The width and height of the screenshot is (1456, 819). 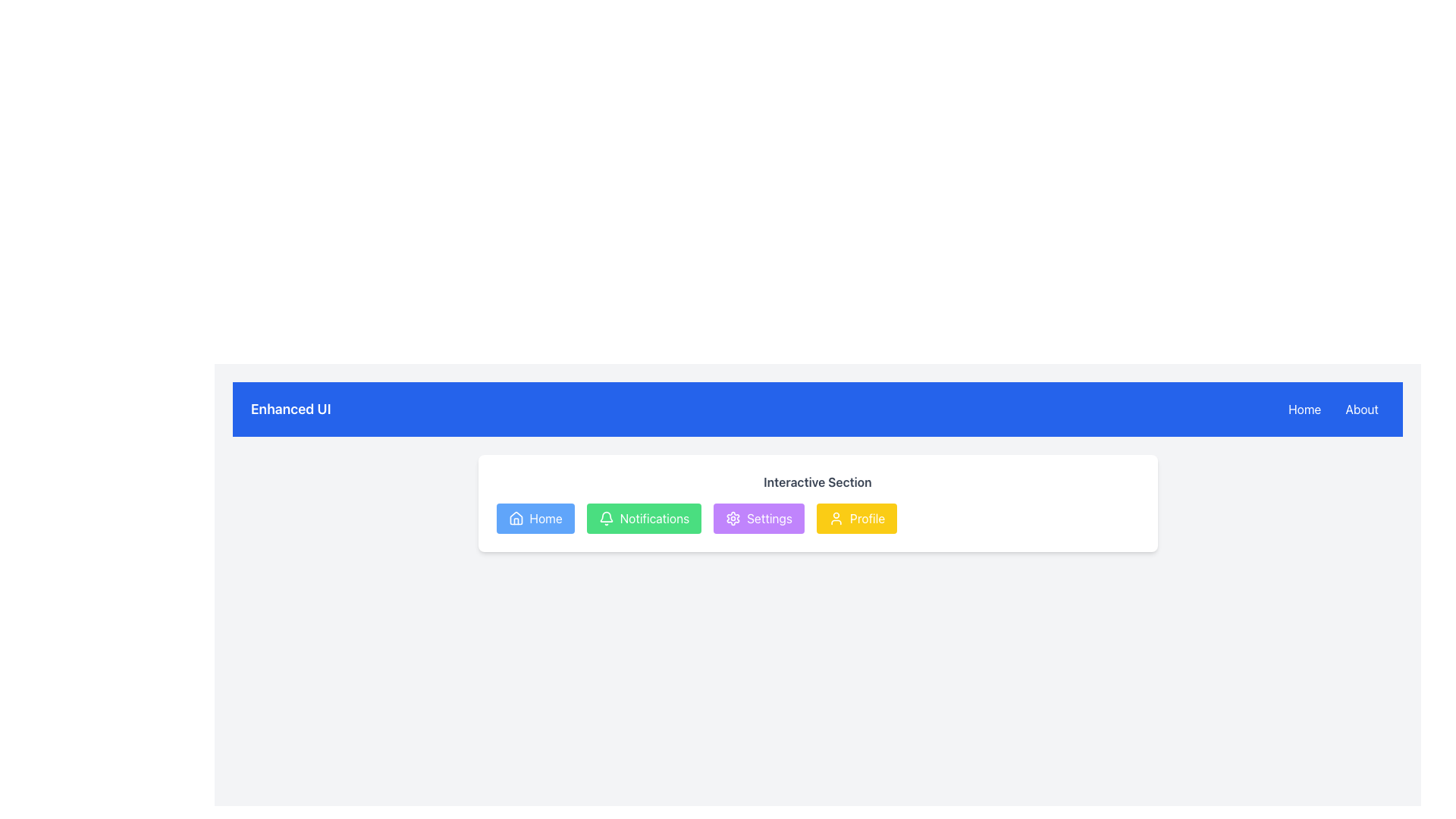 I want to click on the 'Notifications' button which contains the bell icon, located in the second position from the left in the Interactive Section, so click(x=605, y=517).